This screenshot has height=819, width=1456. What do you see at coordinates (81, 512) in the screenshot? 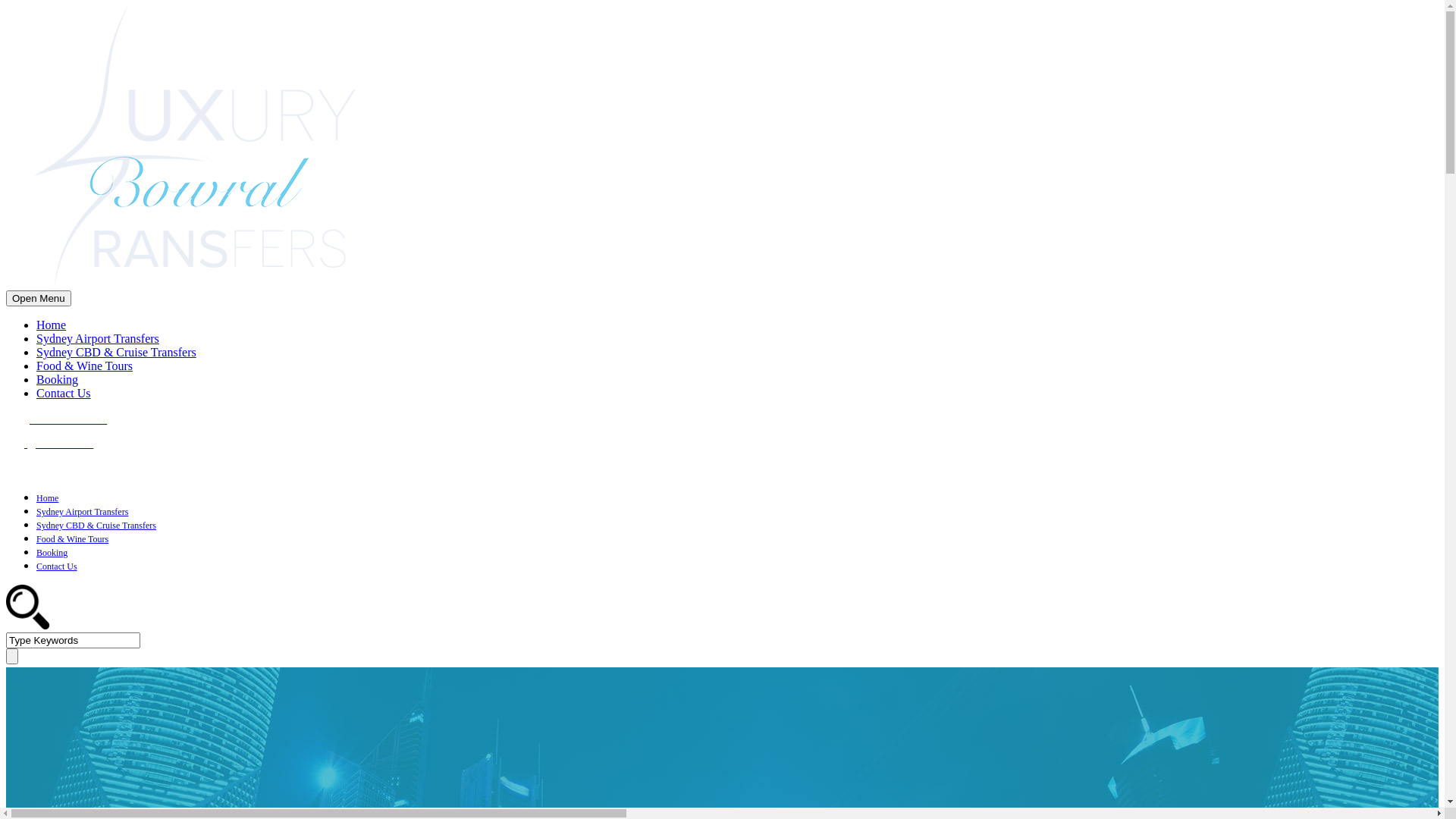
I see `'Sydney Airport Transfers'` at bounding box center [81, 512].